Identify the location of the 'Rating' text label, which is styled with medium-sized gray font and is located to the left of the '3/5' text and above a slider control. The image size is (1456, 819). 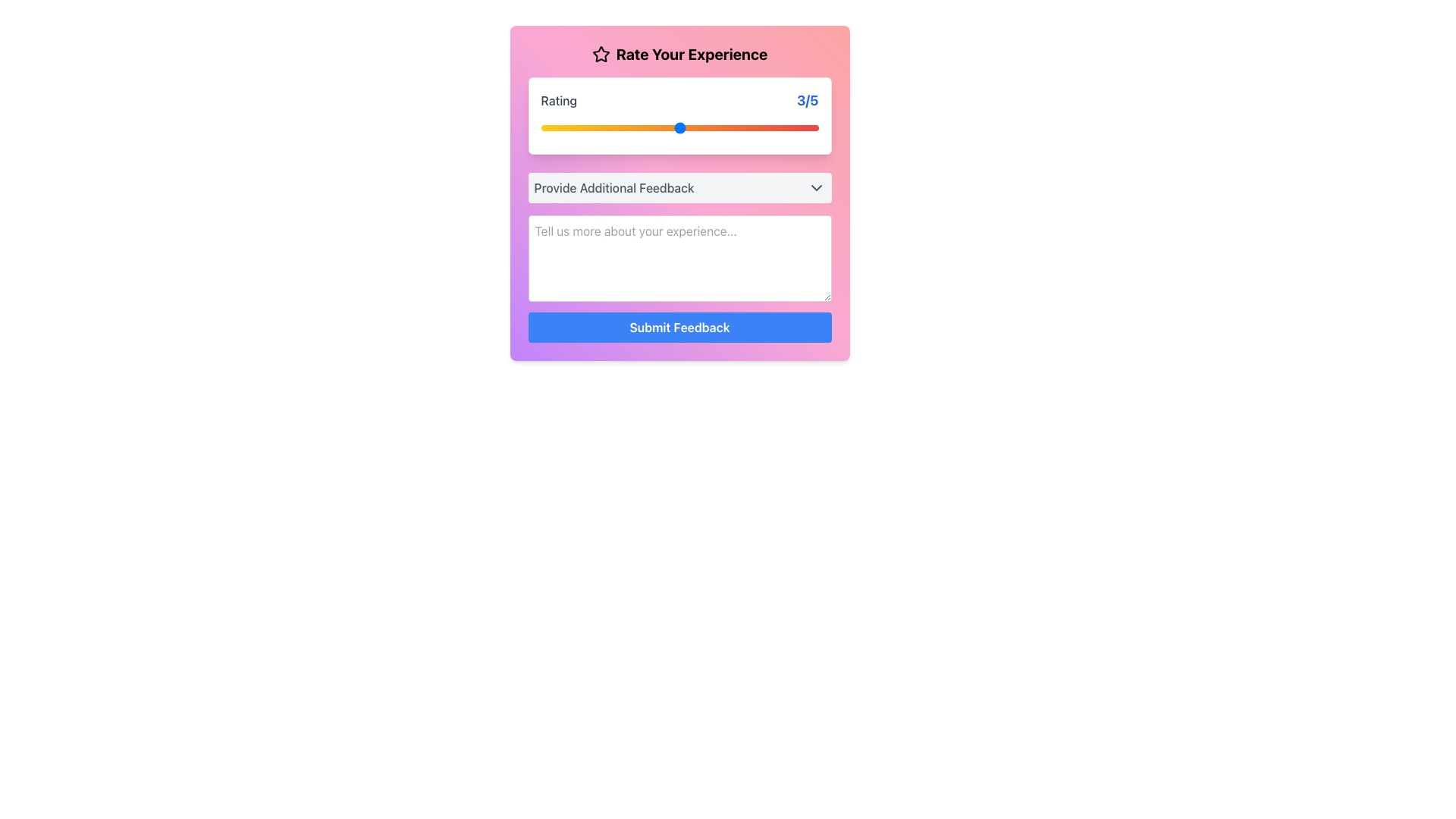
(558, 100).